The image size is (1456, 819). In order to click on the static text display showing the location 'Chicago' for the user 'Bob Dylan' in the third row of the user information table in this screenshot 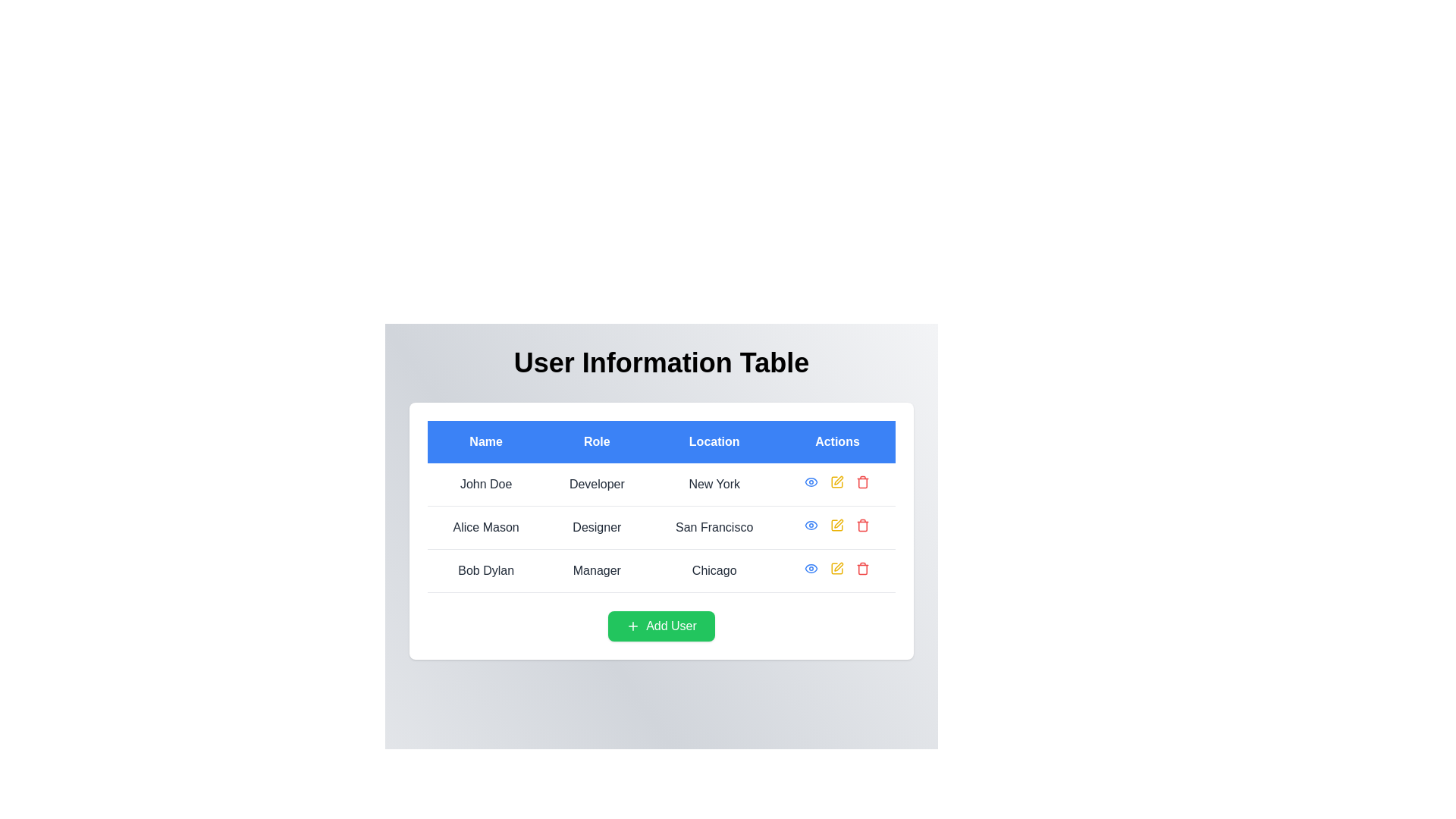, I will do `click(714, 570)`.